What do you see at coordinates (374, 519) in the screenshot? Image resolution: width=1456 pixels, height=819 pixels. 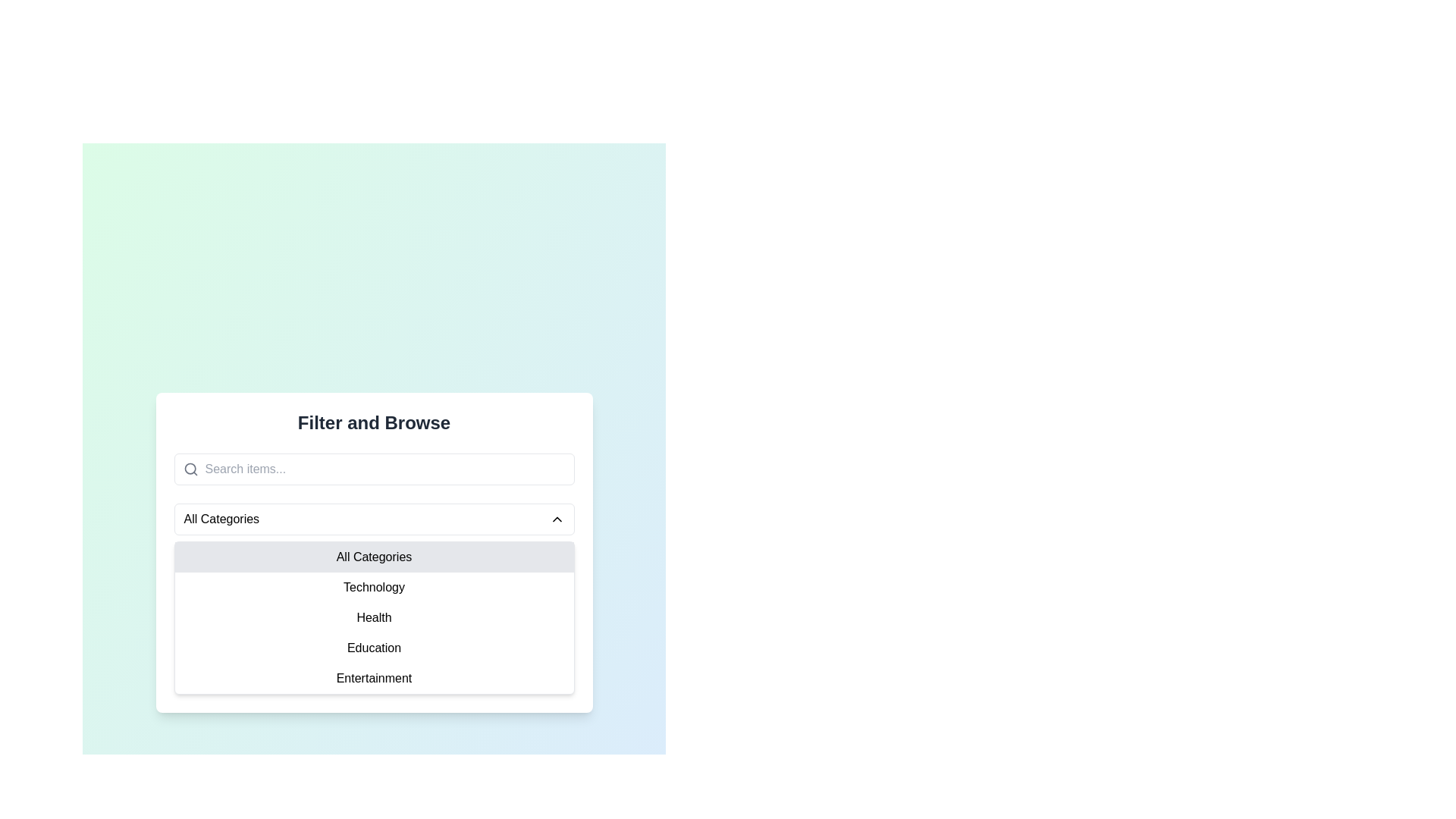 I see `the 'All Categories' dropdown menu, which is the first interactive element below the search bar, highlighted by its rounded corners and light border` at bounding box center [374, 519].